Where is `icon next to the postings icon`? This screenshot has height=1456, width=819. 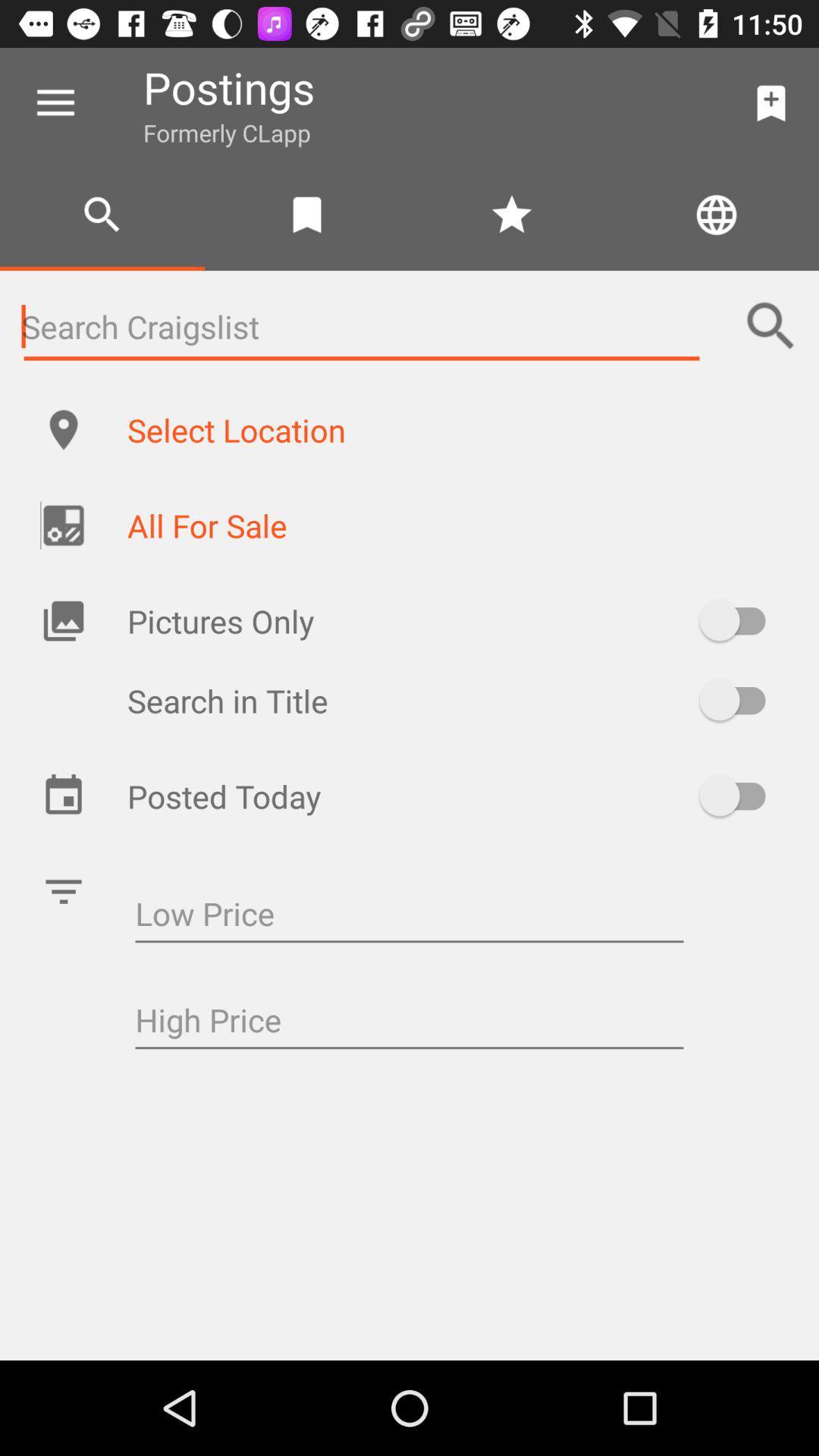 icon next to the postings icon is located at coordinates (771, 102).